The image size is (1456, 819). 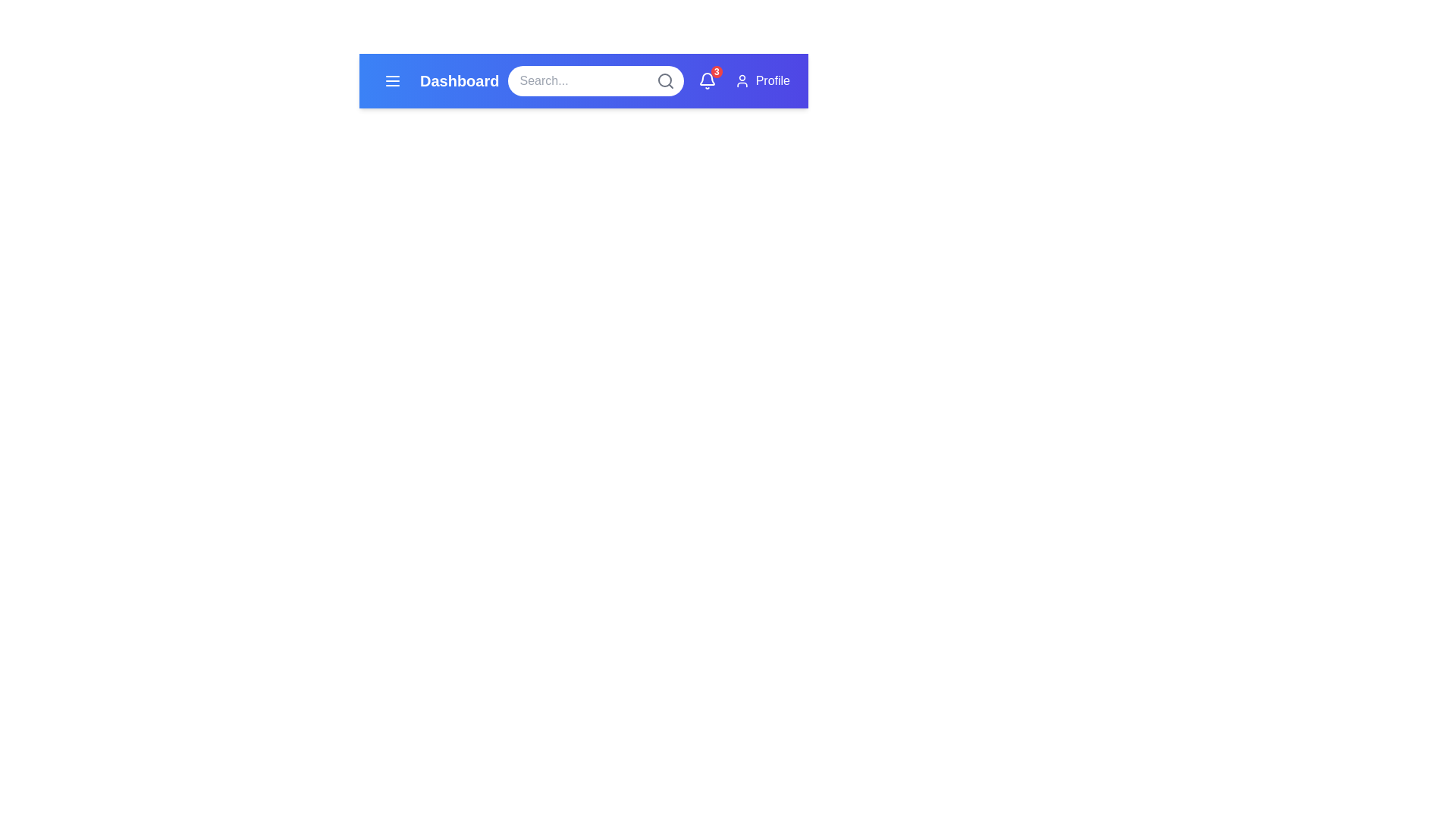 What do you see at coordinates (665, 81) in the screenshot?
I see `the search icon, which is a grey magnifying glass located at the far right end of the search bar, to initiate a search` at bounding box center [665, 81].